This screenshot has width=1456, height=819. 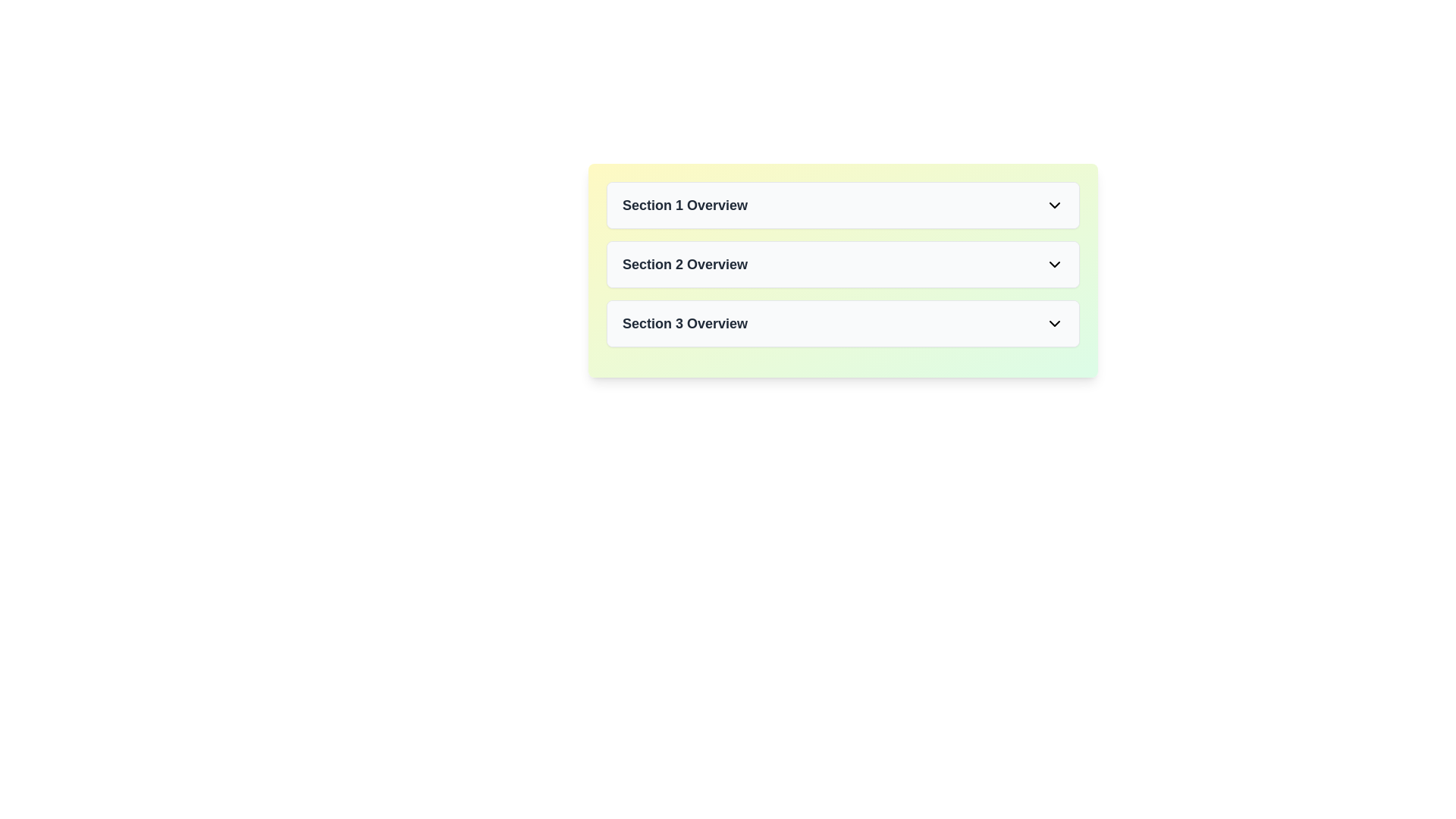 I want to click on the downward-facing chevron arrow icon located on the far-right side of the 'Section 3 Overview' row, so click(x=1054, y=323).